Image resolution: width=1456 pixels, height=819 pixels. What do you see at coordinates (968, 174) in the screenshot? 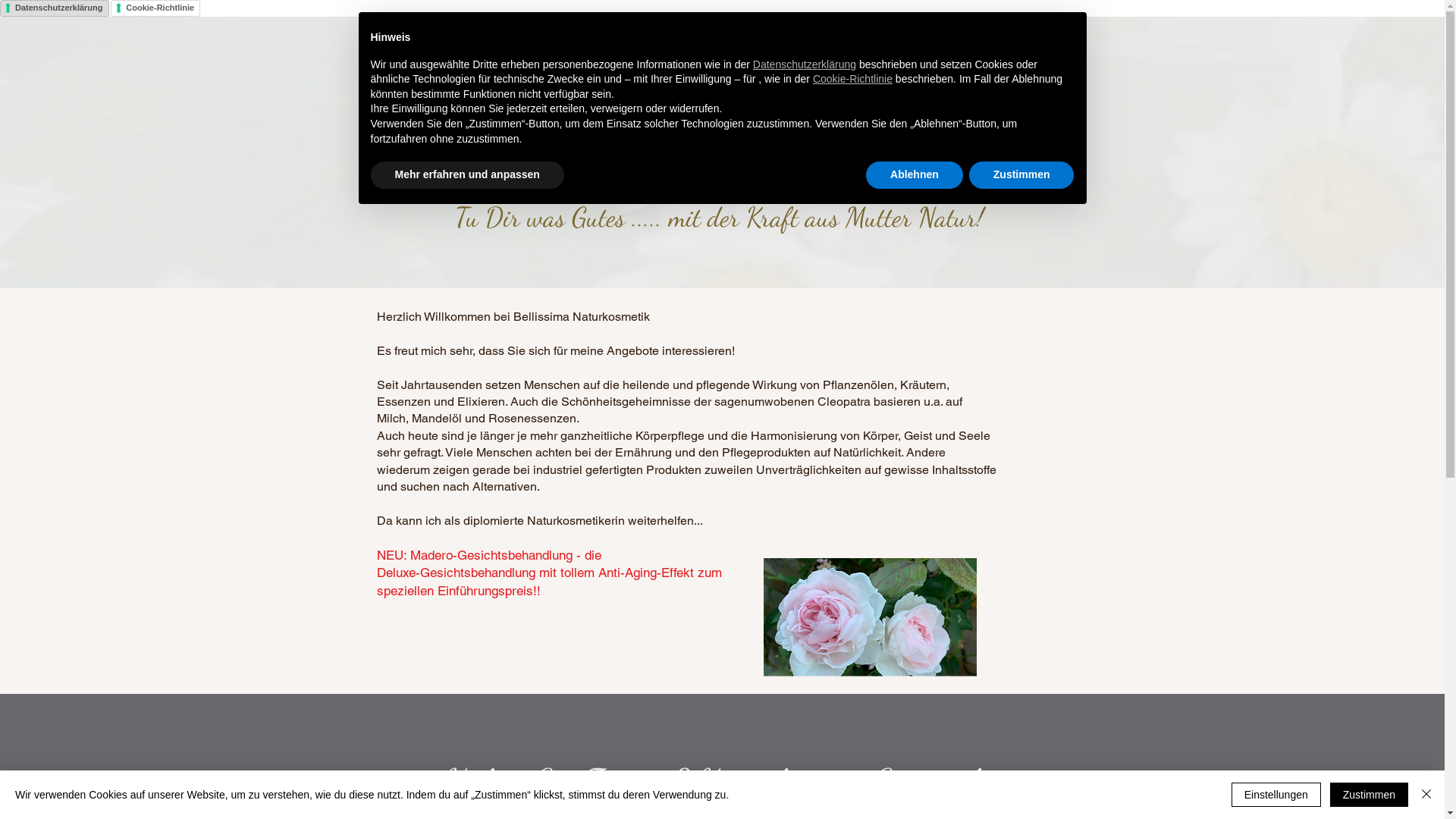
I see `'Zustimmen'` at bounding box center [968, 174].